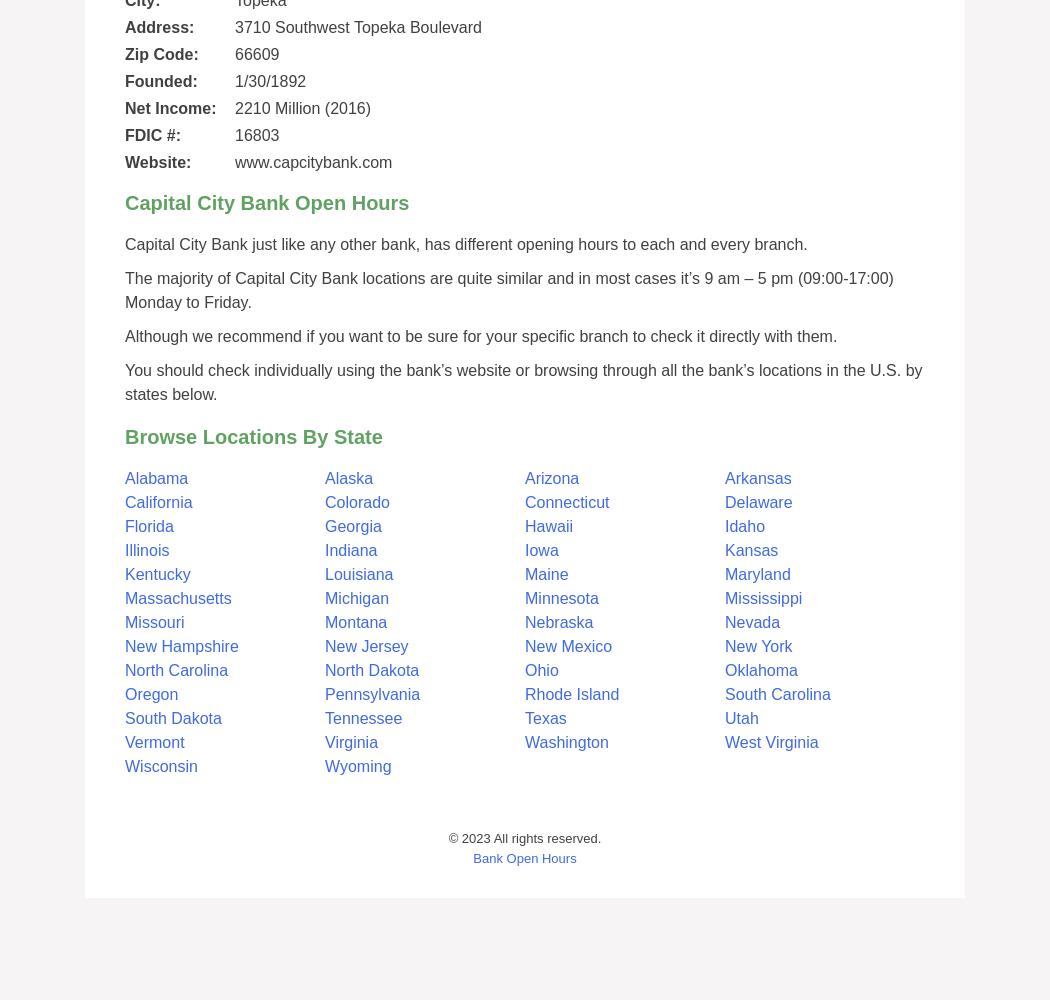  Describe the element at coordinates (177, 597) in the screenshot. I see `'Massachusetts'` at that location.